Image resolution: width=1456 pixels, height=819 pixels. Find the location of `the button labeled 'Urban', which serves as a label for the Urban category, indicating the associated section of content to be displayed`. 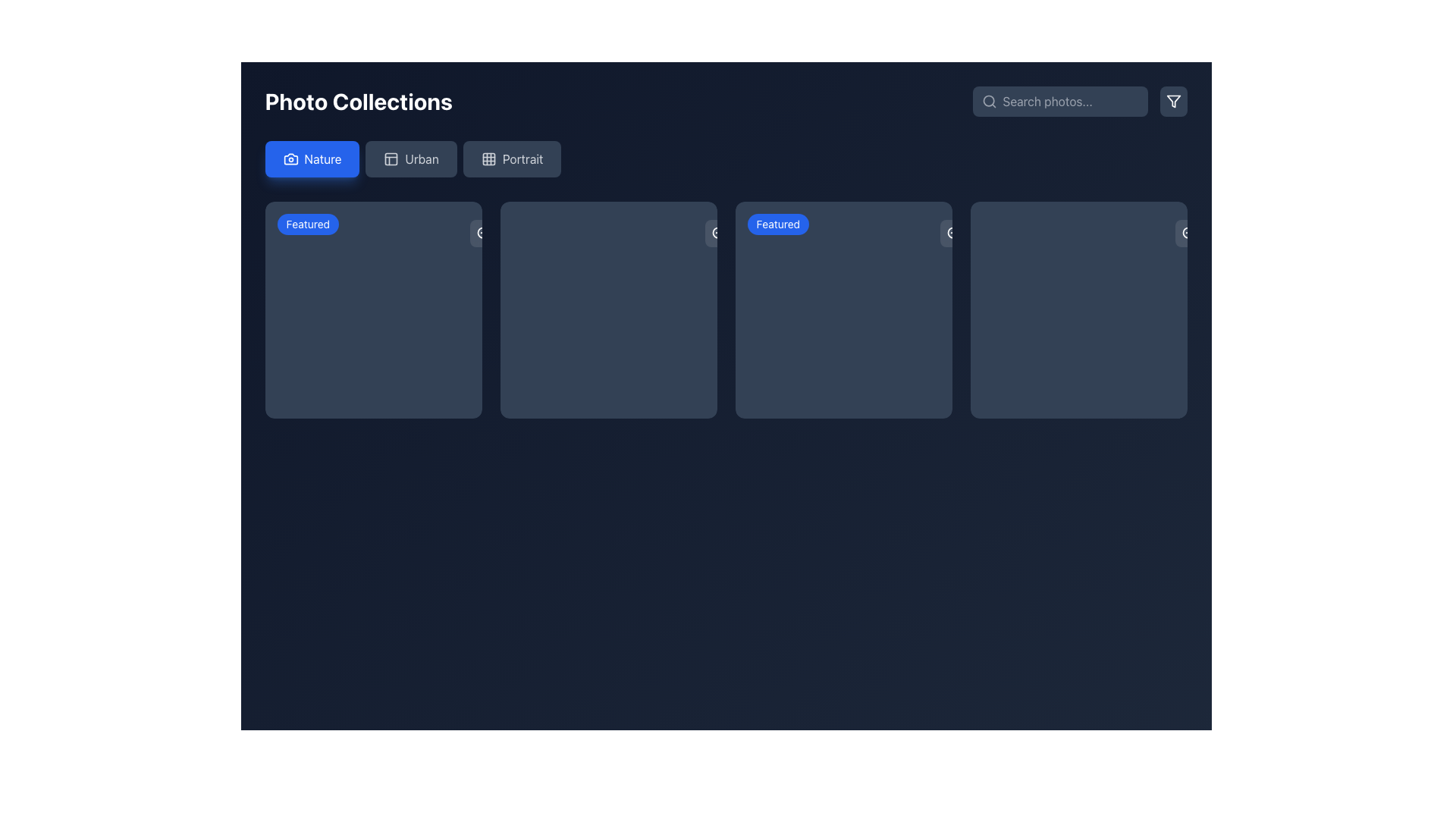

the button labeled 'Urban', which serves as a label for the Urban category, indicating the associated section of content to be displayed is located at coordinates (422, 158).